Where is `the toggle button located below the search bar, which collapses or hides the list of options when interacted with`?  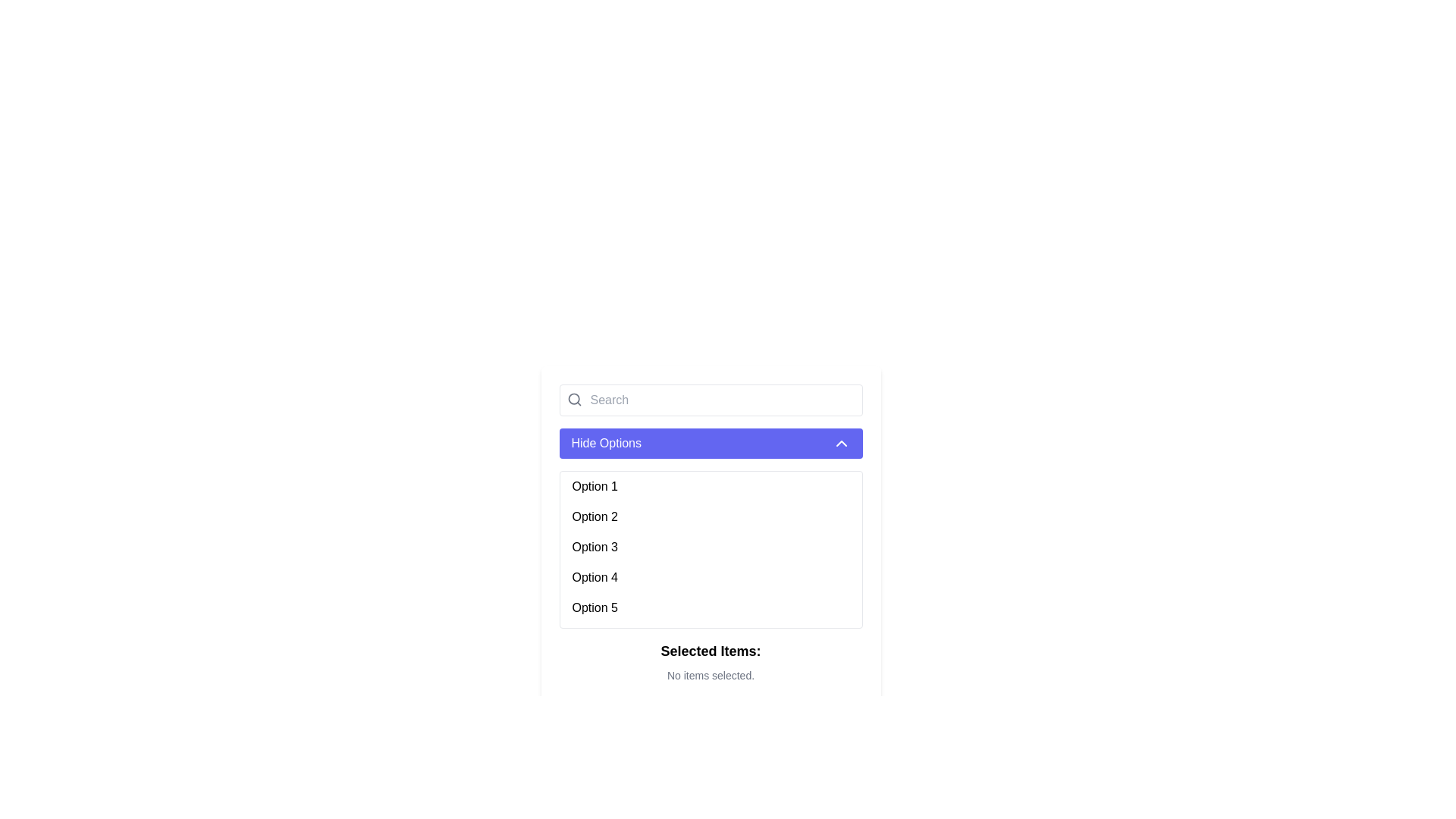
the toggle button located below the search bar, which collapses or hides the list of options when interacted with is located at coordinates (710, 444).